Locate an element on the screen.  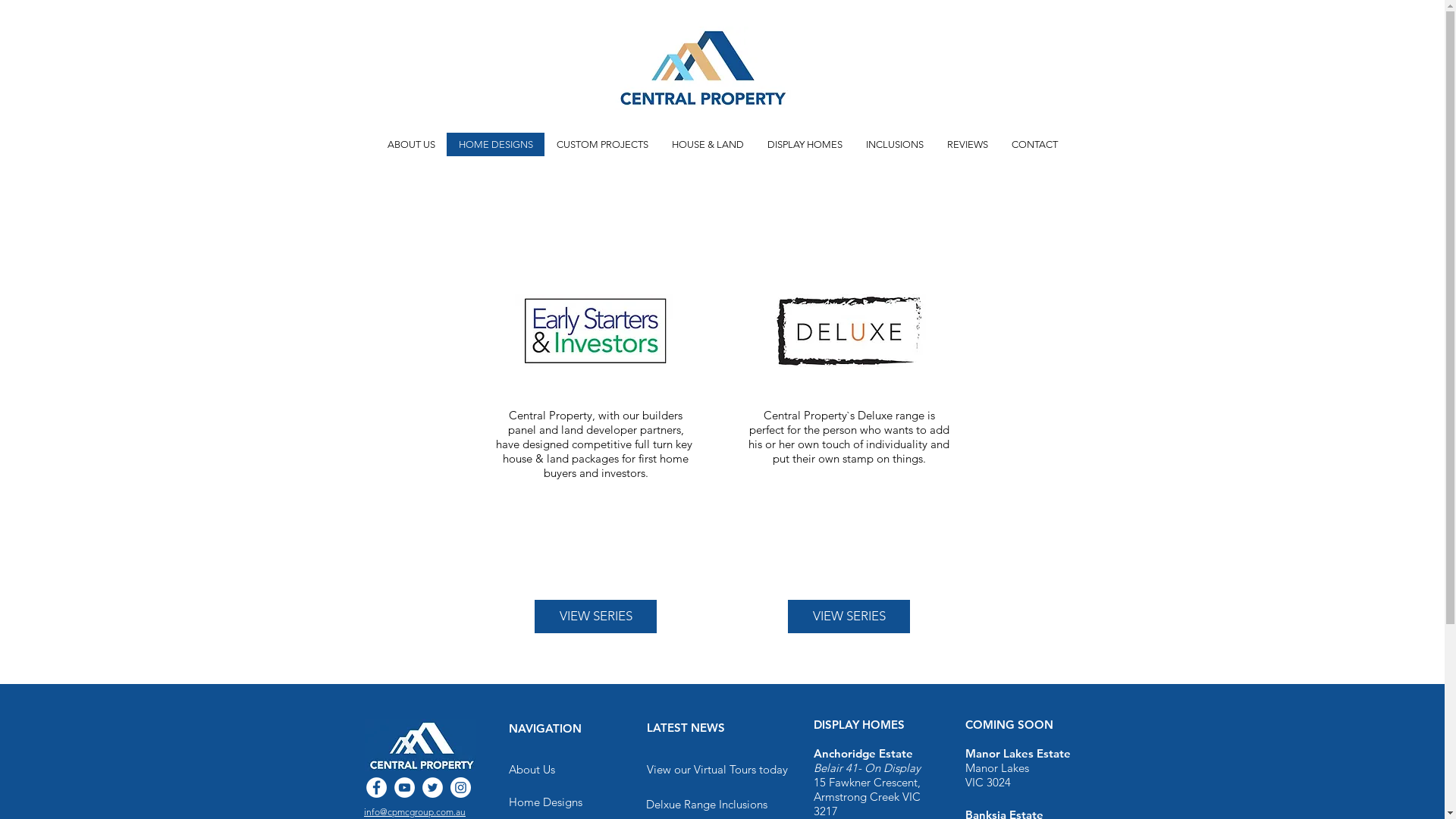
'View our' is located at coordinates (669, 769).